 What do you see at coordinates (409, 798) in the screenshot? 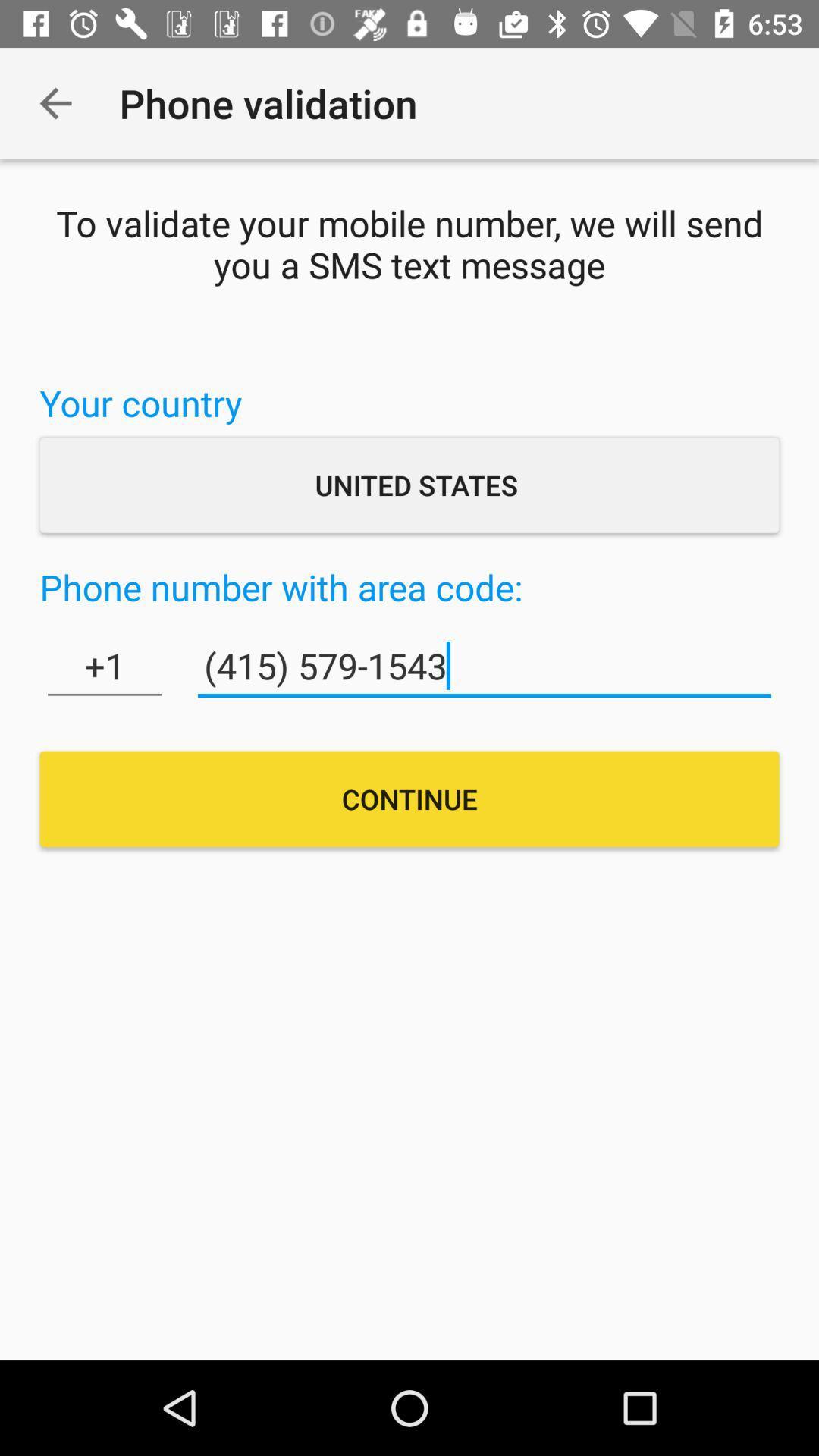
I see `continue item` at bounding box center [409, 798].